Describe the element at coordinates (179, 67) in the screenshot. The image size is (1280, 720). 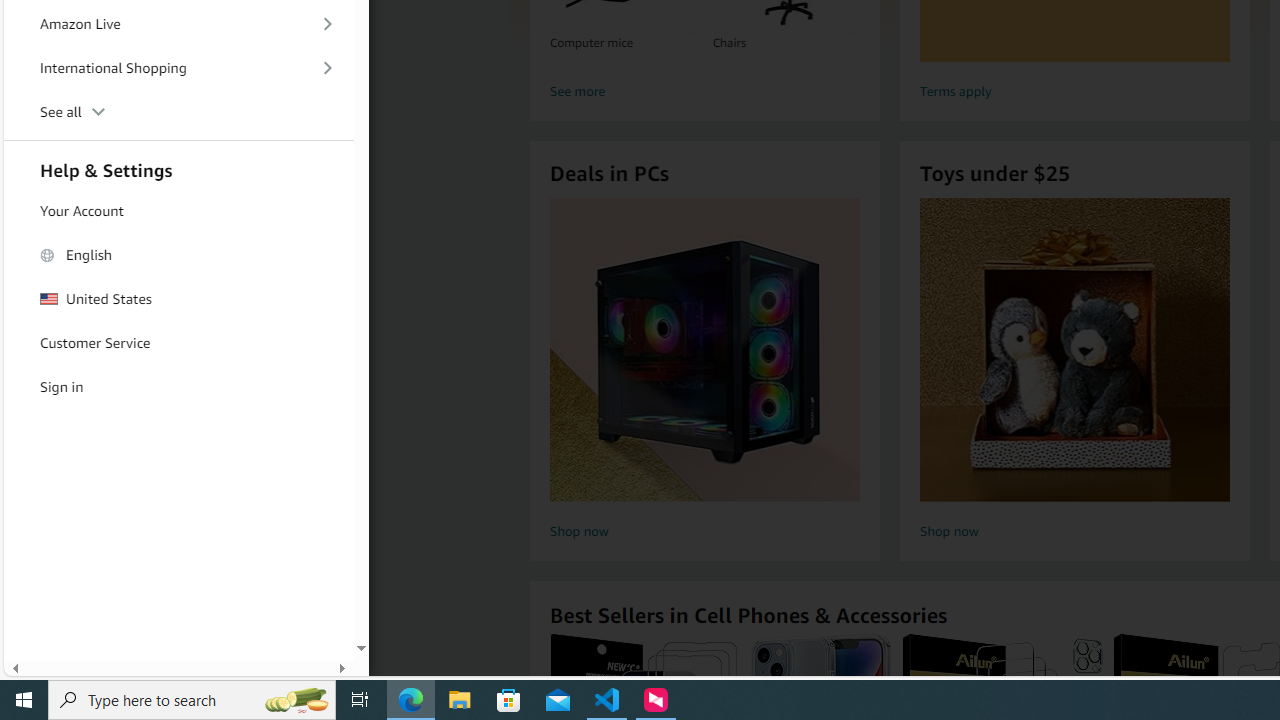
I see `'International Shopping'` at that location.